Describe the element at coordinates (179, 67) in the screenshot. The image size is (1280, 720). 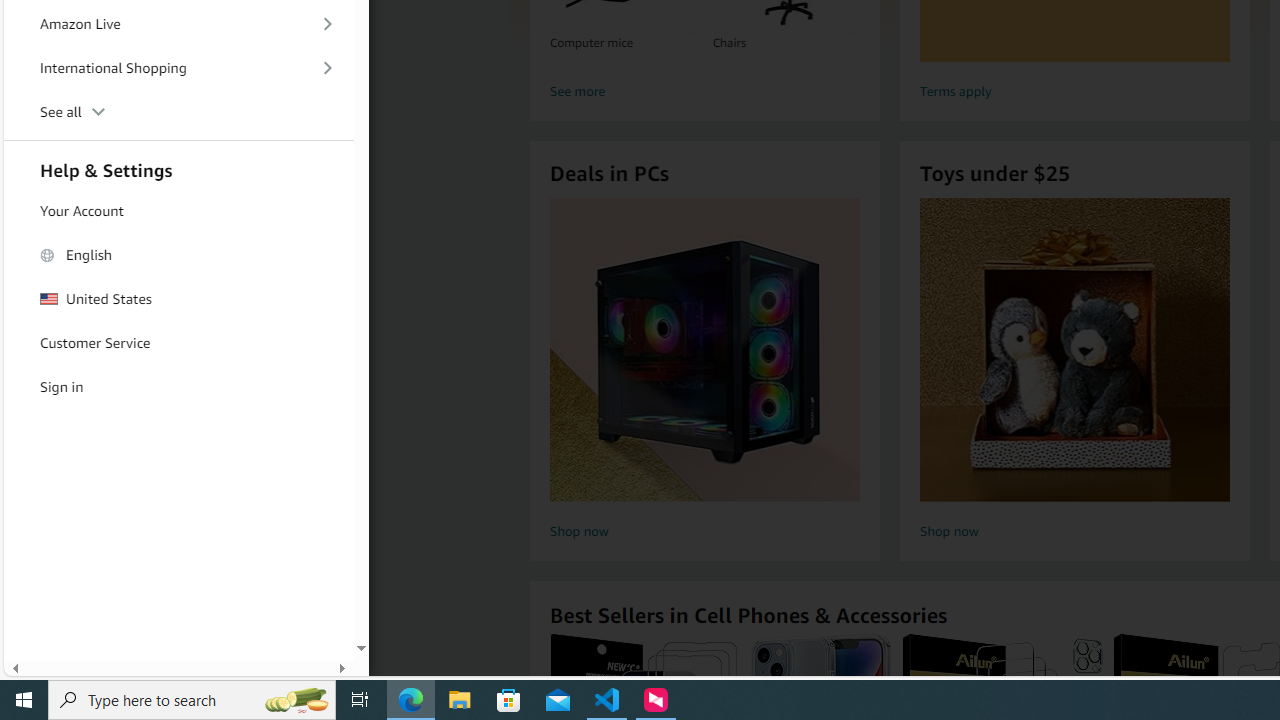
I see `'International Shopping'` at that location.